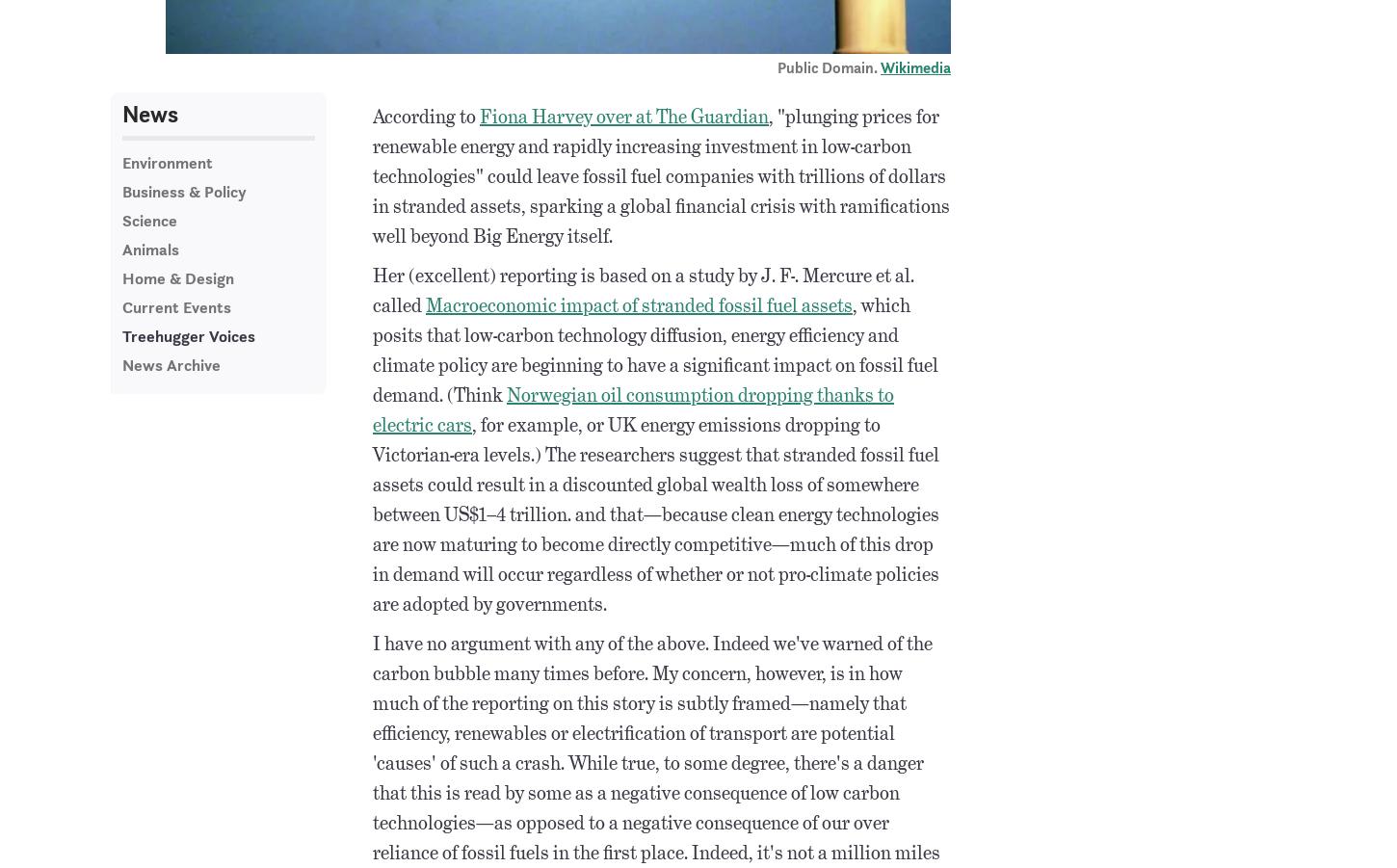  Describe the element at coordinates (121, 278) in the screenshot. I see `'Home & Design'` at that location.